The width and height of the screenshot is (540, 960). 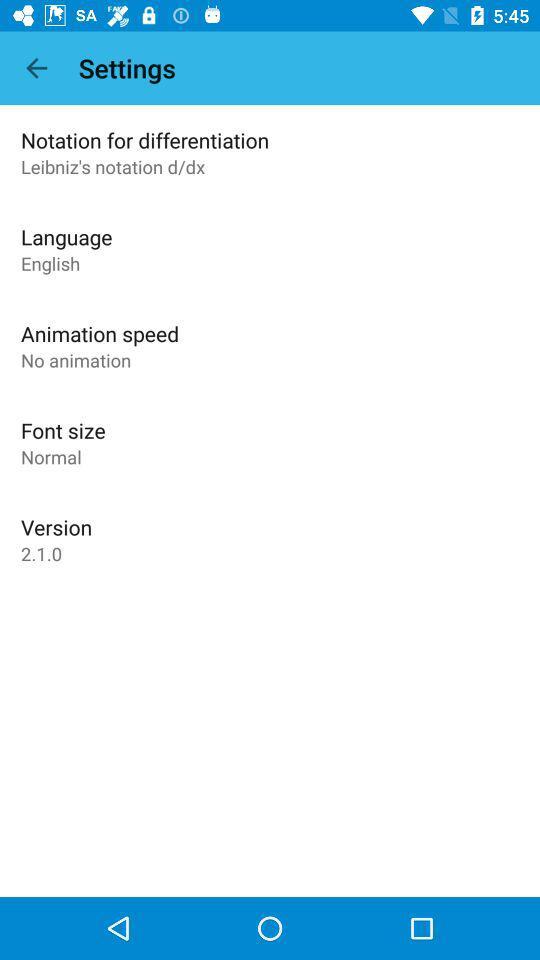 What do you see at coordinates (113, 165) in the screenshot?
I see `app below notation for differentiation` at bounding box center [113, 165].